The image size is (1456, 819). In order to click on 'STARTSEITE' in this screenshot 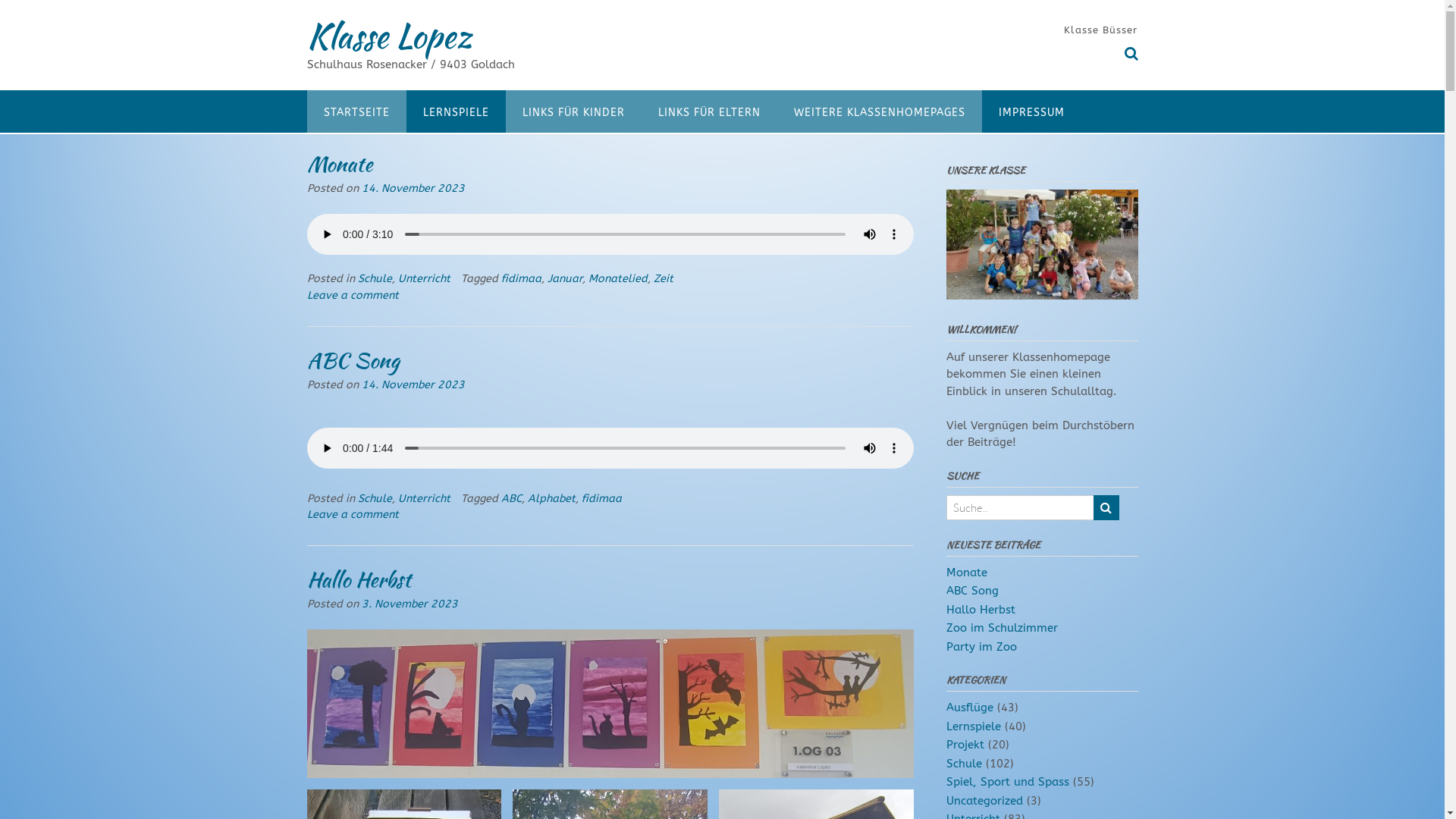, I will do `click(355, 110)`.